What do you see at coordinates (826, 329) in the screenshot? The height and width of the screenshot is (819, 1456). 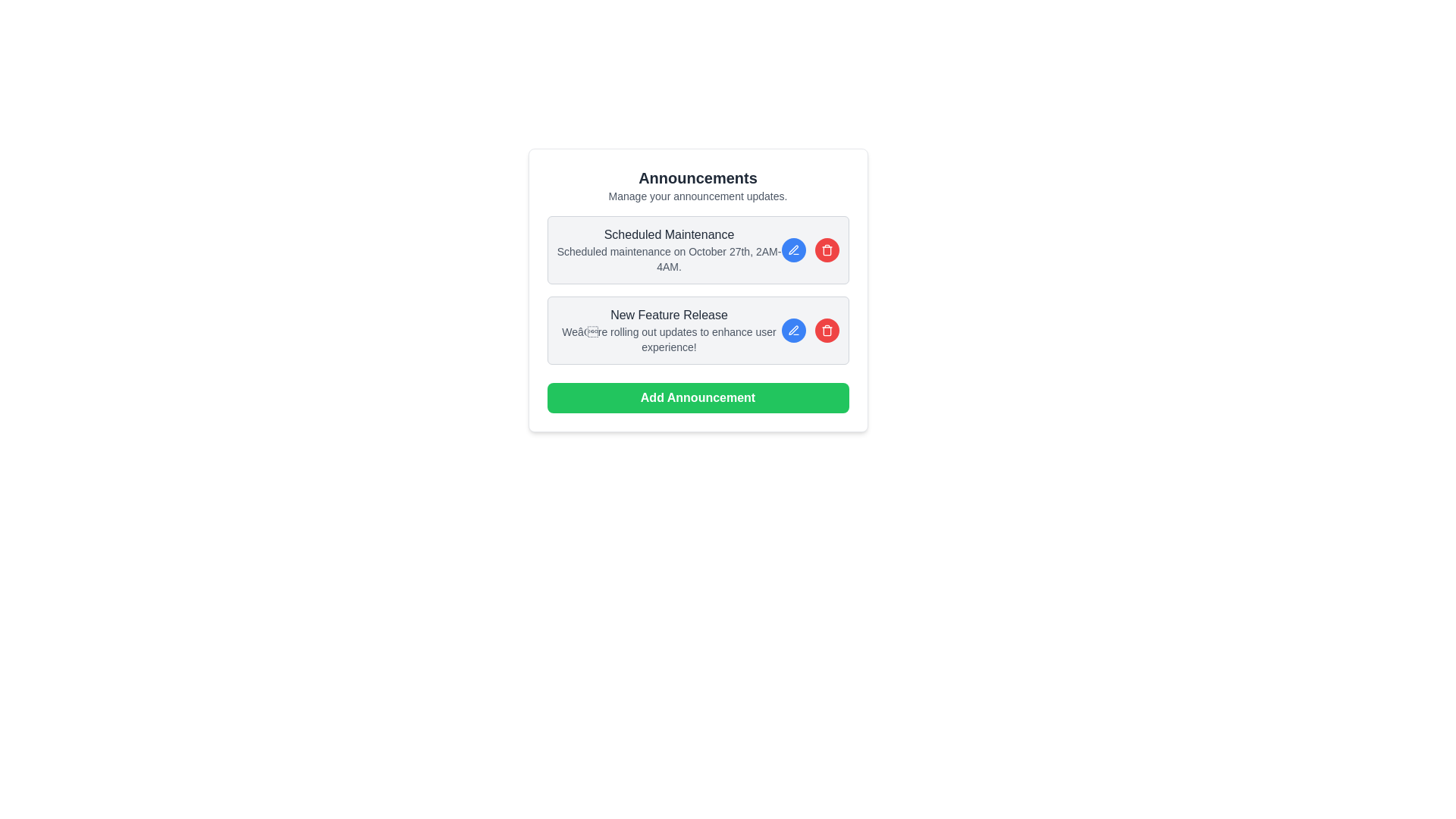 I see `the delete button icon located to the right of the announcement text in the 'Scheduled Maintenance' card` at bounding box center [826, 329].